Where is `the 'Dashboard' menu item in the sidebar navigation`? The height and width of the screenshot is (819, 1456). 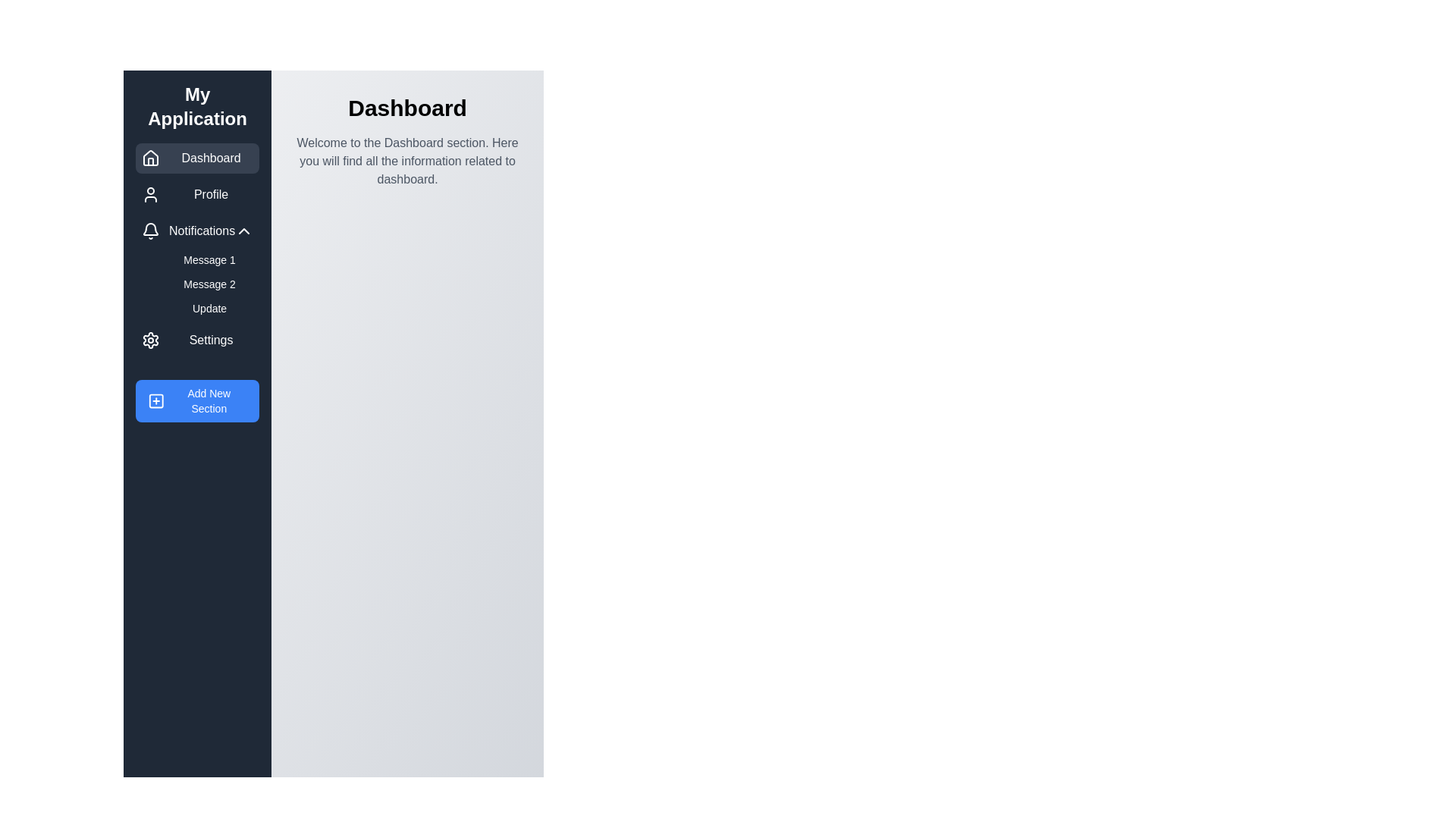 the 'Dashboard' menu item in the sidebar navigation is located at coordinates (196, 158).